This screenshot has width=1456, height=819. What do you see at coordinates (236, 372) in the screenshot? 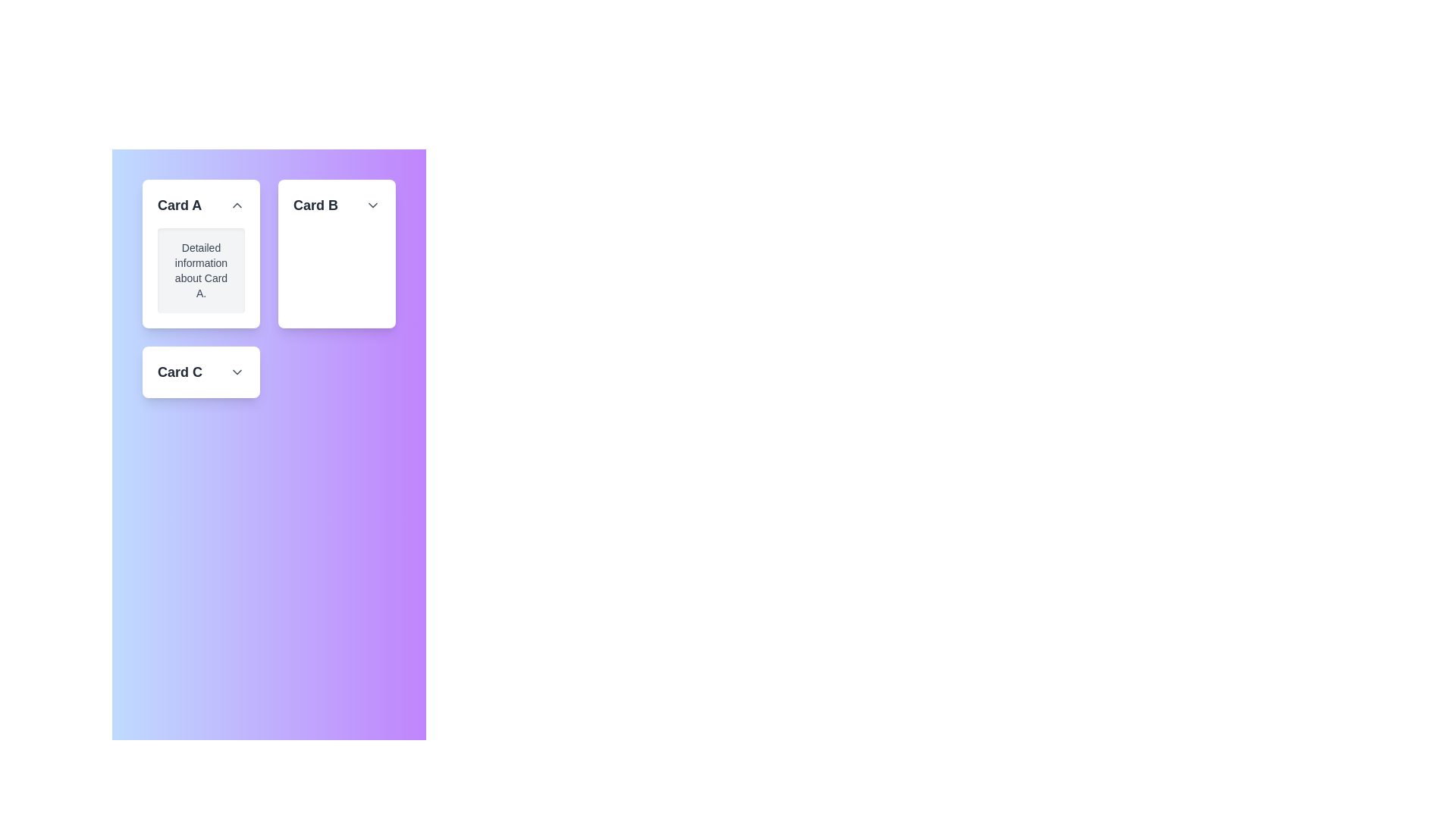
I see `the downward-facing chevron icon in 'Card C' to activate any hover effects` at bounding box center [236, 372].